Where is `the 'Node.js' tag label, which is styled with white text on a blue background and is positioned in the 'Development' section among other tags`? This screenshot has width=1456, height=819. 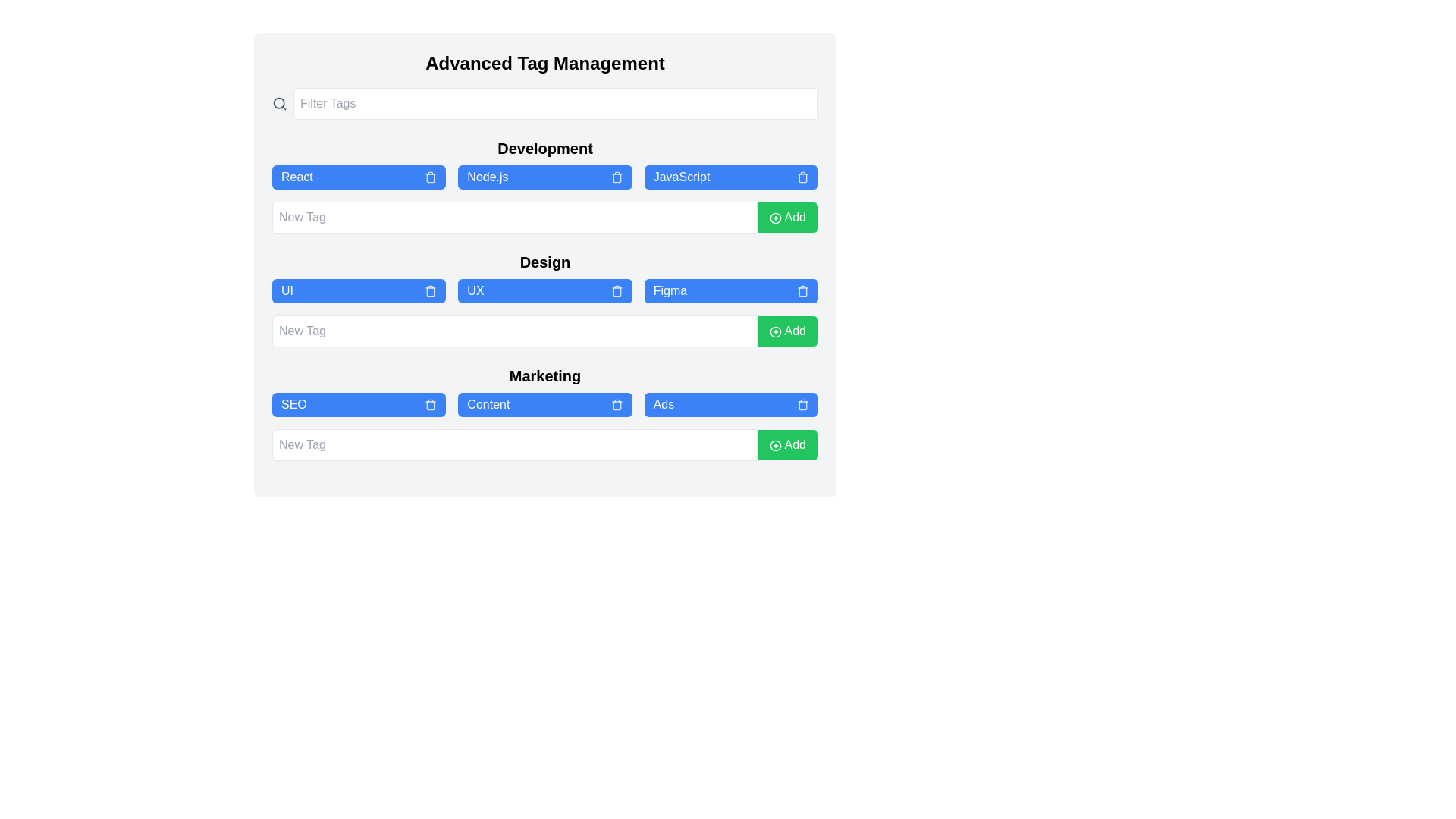 the 'Node.js' tag label, which is styled with white text on a blue background and is positioned in the 'Development' section among other tags is located at coordinates (488, 177).